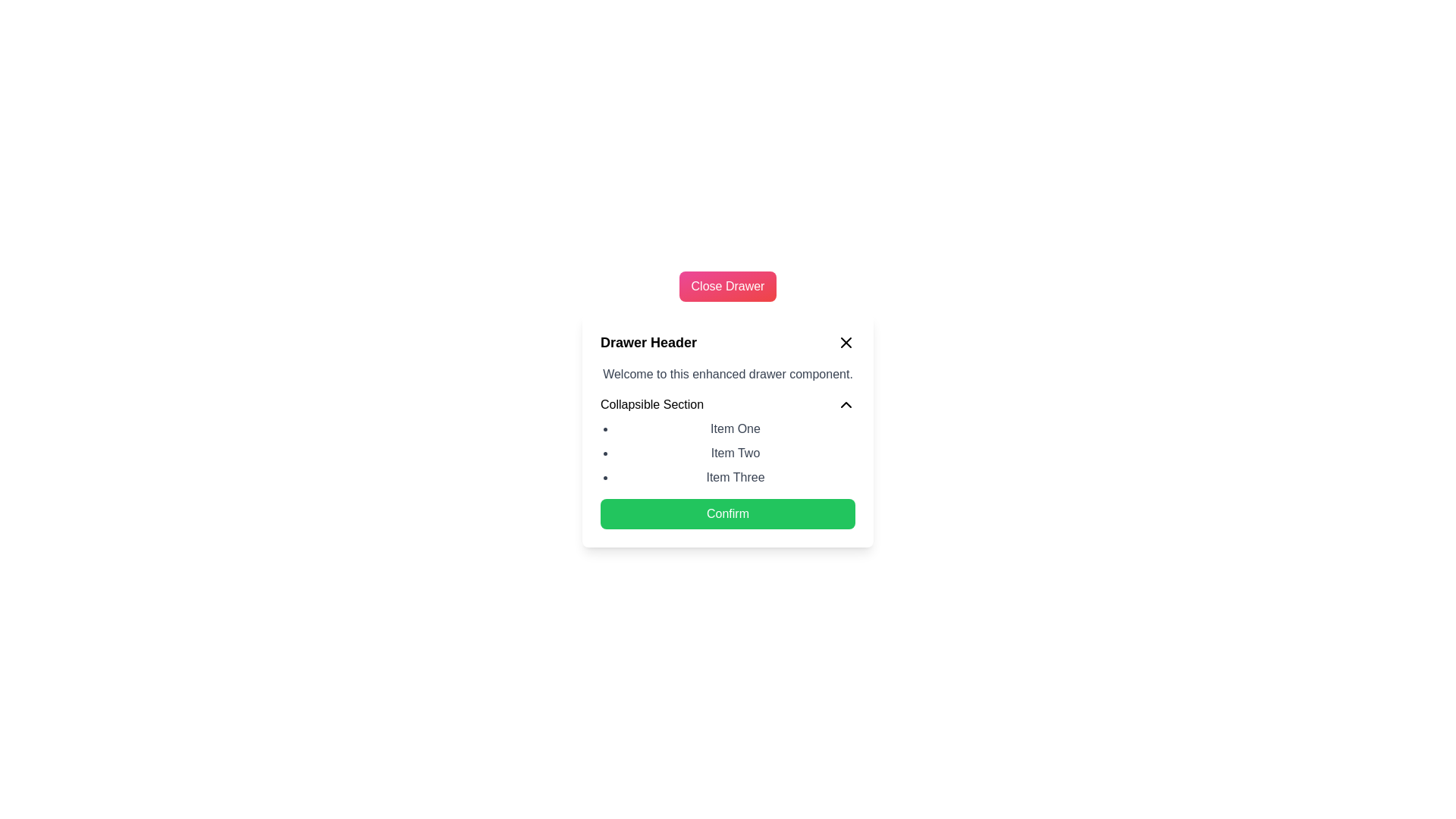 This screenshot has width=1456, height=819. I want to click on the first bullet-point item in the 'Collapsible Section' of the modal, which is informational and non-interactive, so click(735, 429).